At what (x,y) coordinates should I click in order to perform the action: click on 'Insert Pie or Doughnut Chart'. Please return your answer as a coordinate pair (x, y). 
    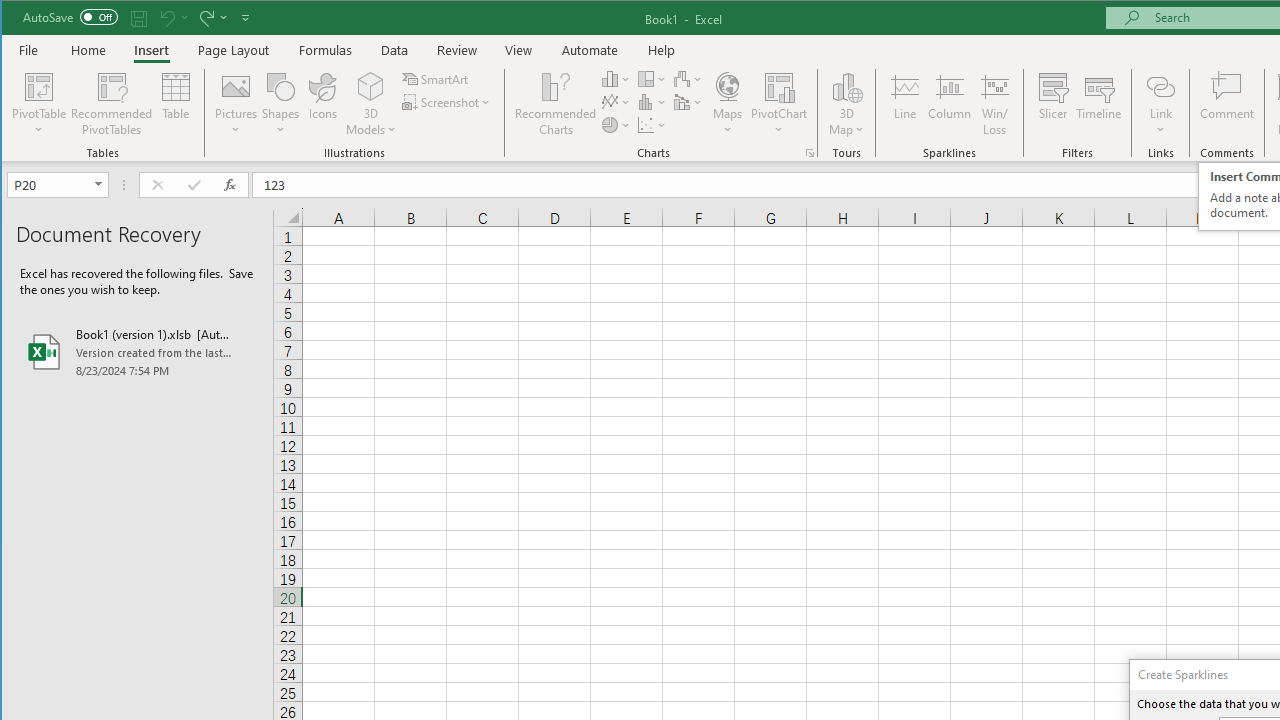
    Looking at the image, I should click on (615, 125).